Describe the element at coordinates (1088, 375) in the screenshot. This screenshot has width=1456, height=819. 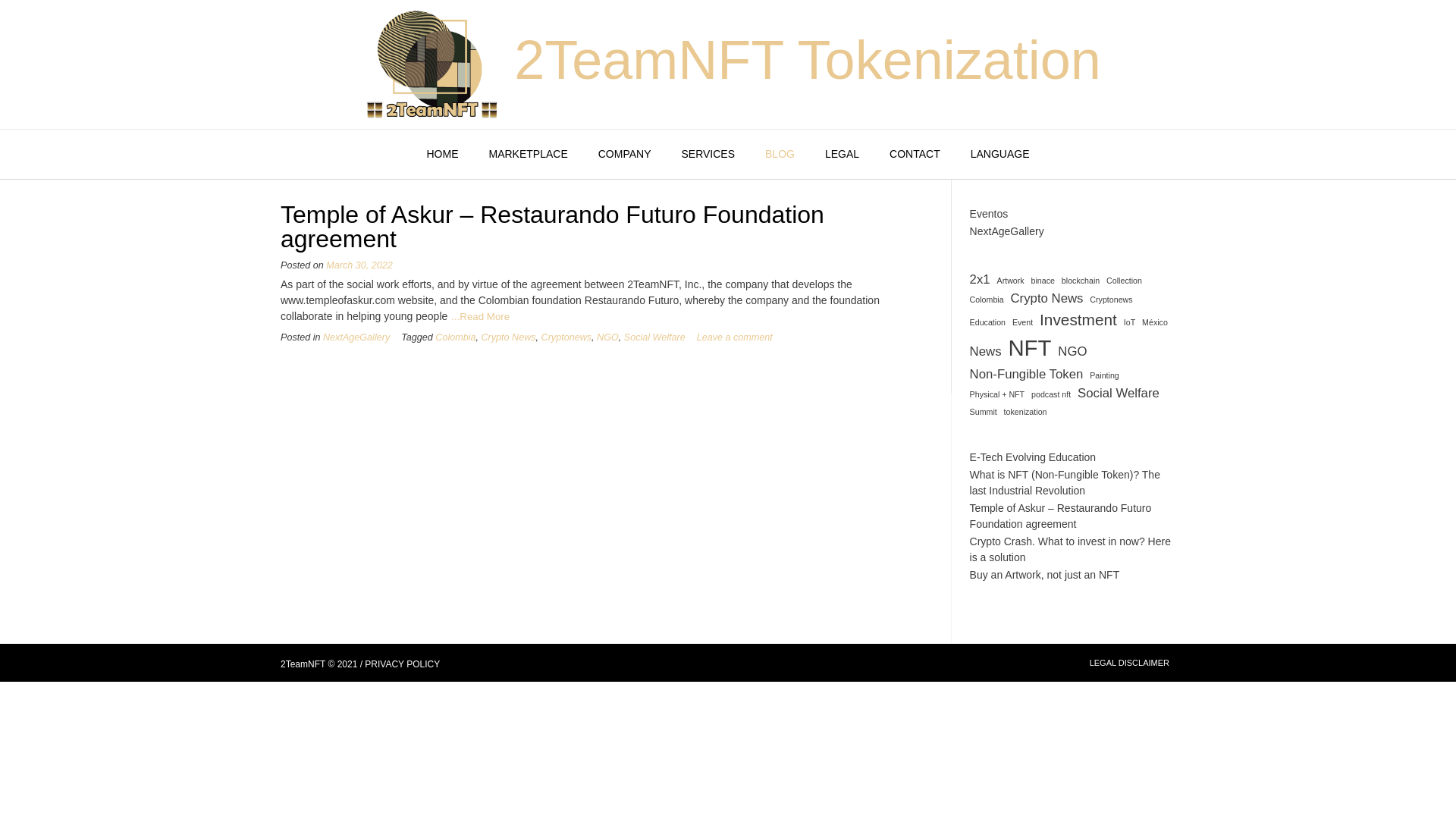
I see `'Painting'` at that location.